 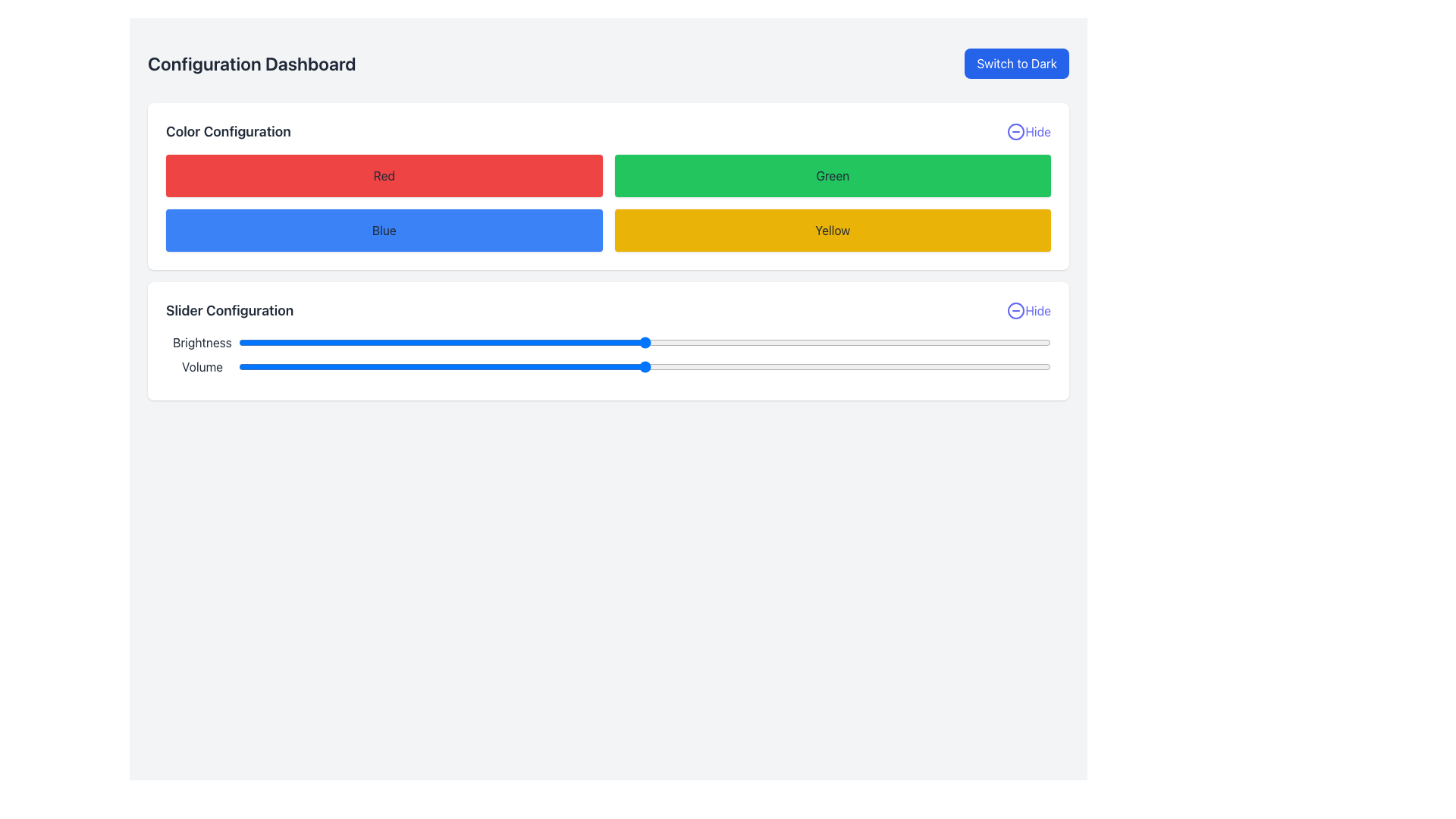 I want to click on volume, so click(x=571, y=366).